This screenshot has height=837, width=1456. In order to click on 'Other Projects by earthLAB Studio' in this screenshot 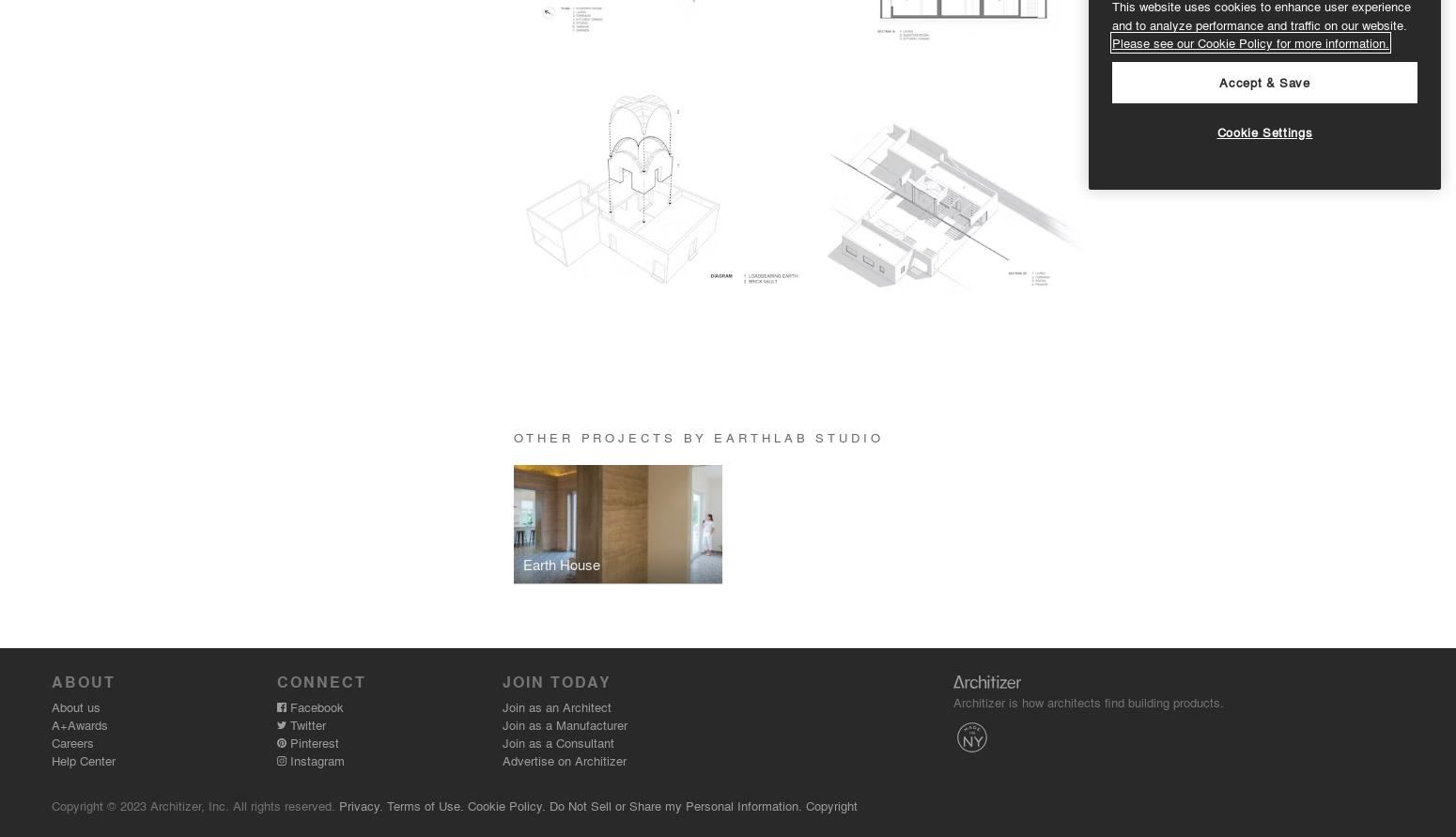, I will do `click(698, 436)`.